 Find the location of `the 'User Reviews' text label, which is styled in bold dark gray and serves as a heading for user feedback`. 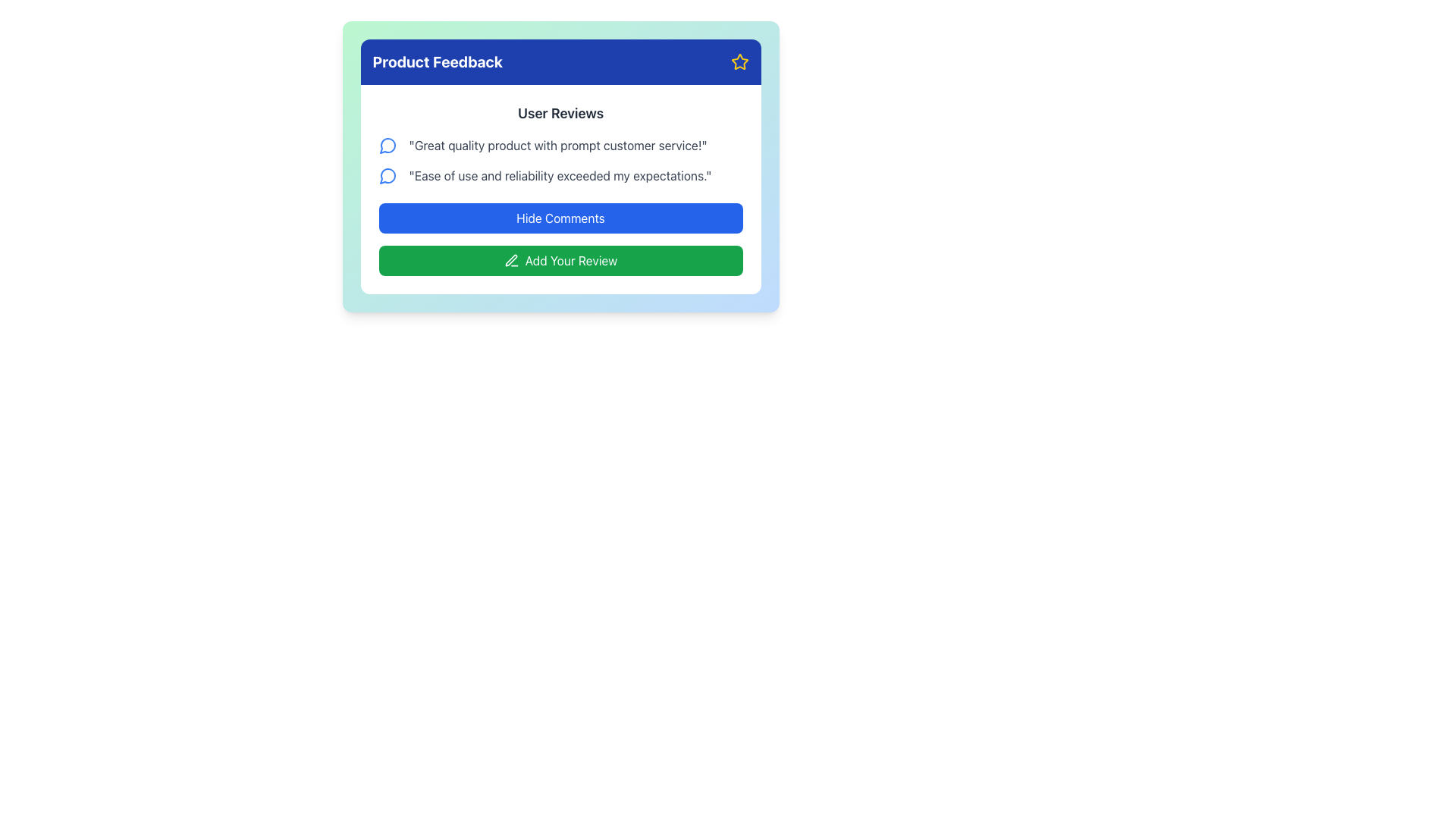

the 'User Reviews' text label, which is styled in bold dark gray and serves as a heading for user feedback is located at coordinates (560, 113).